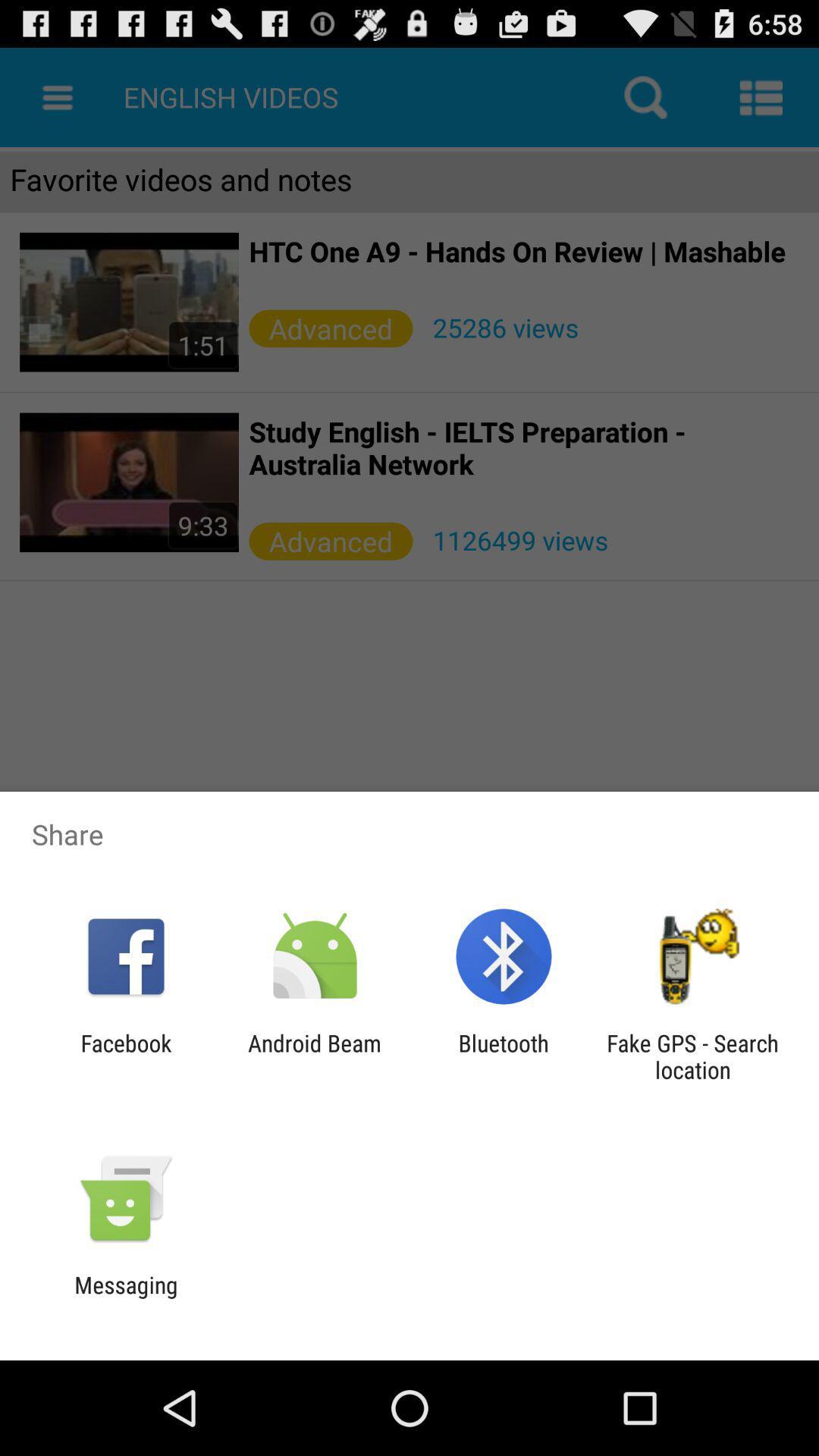  I want to click on bluetooth app, so click(504, 1056).